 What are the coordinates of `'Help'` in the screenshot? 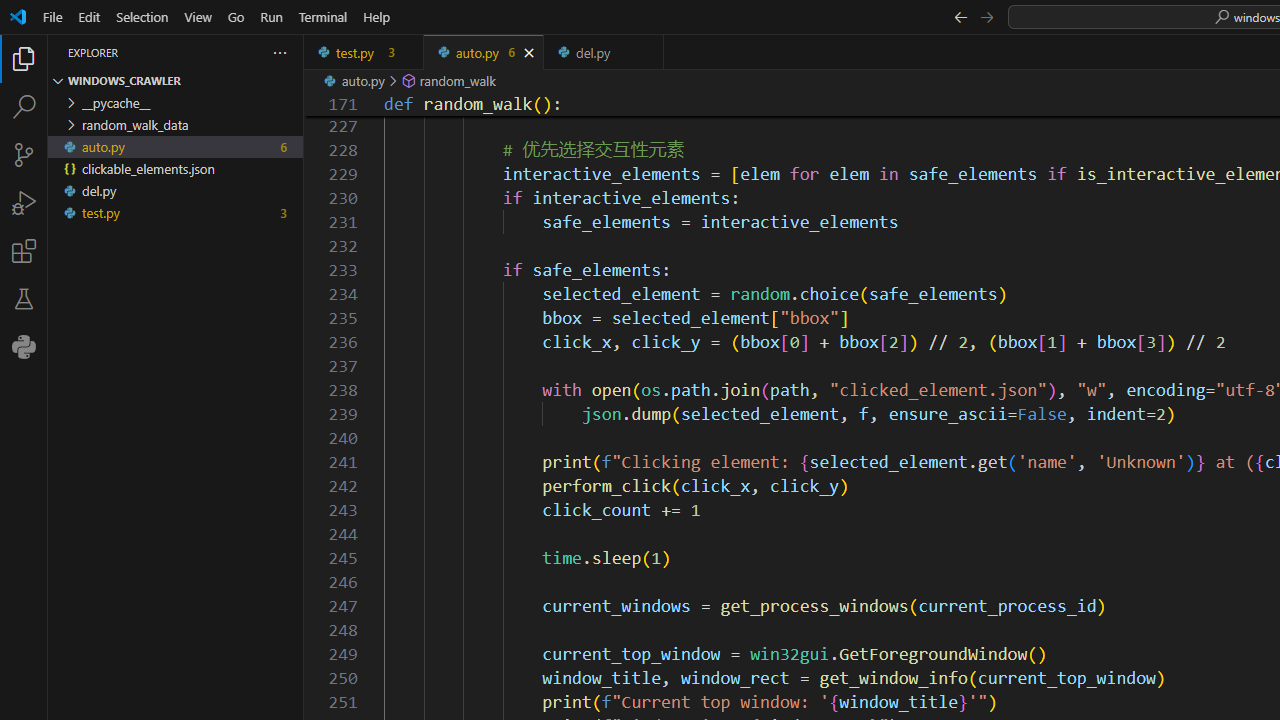 It's located at (376, 16).